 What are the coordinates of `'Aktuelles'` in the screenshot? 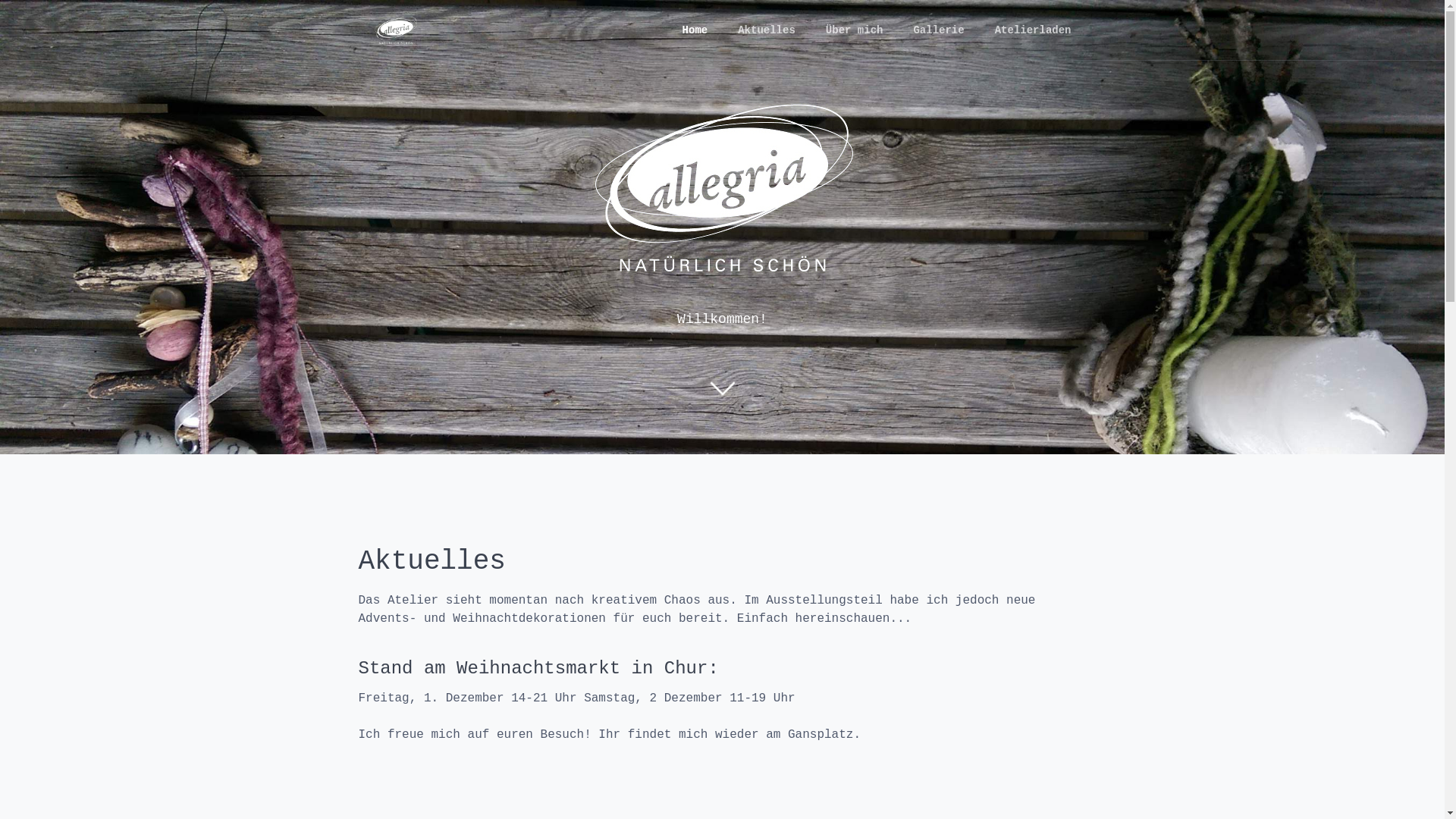 It's located at (722, 30).